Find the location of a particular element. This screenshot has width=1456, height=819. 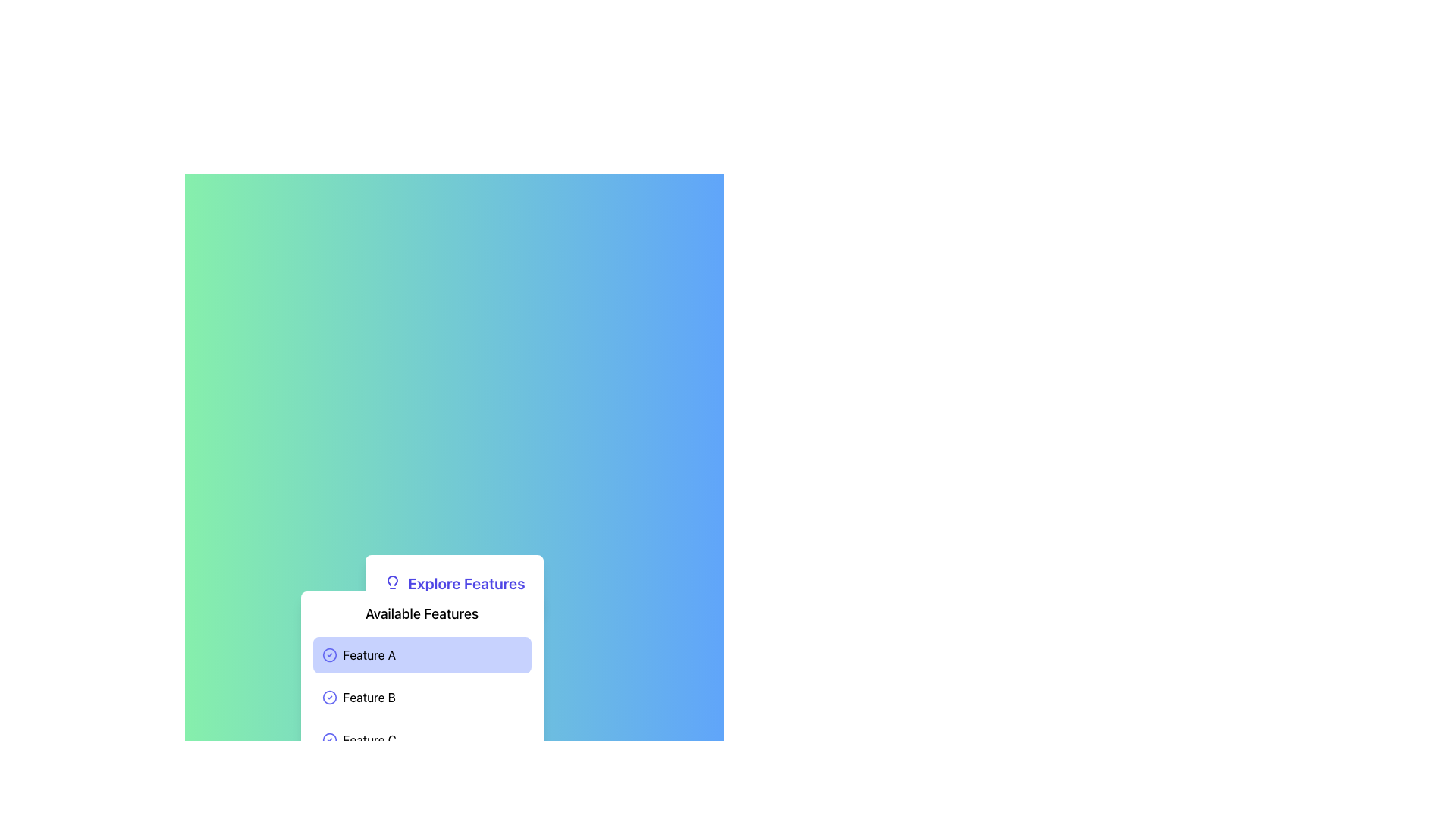

the first selectable item labeled 'Feature A' in the vertically stacked list is located at coordinates (422, 654).